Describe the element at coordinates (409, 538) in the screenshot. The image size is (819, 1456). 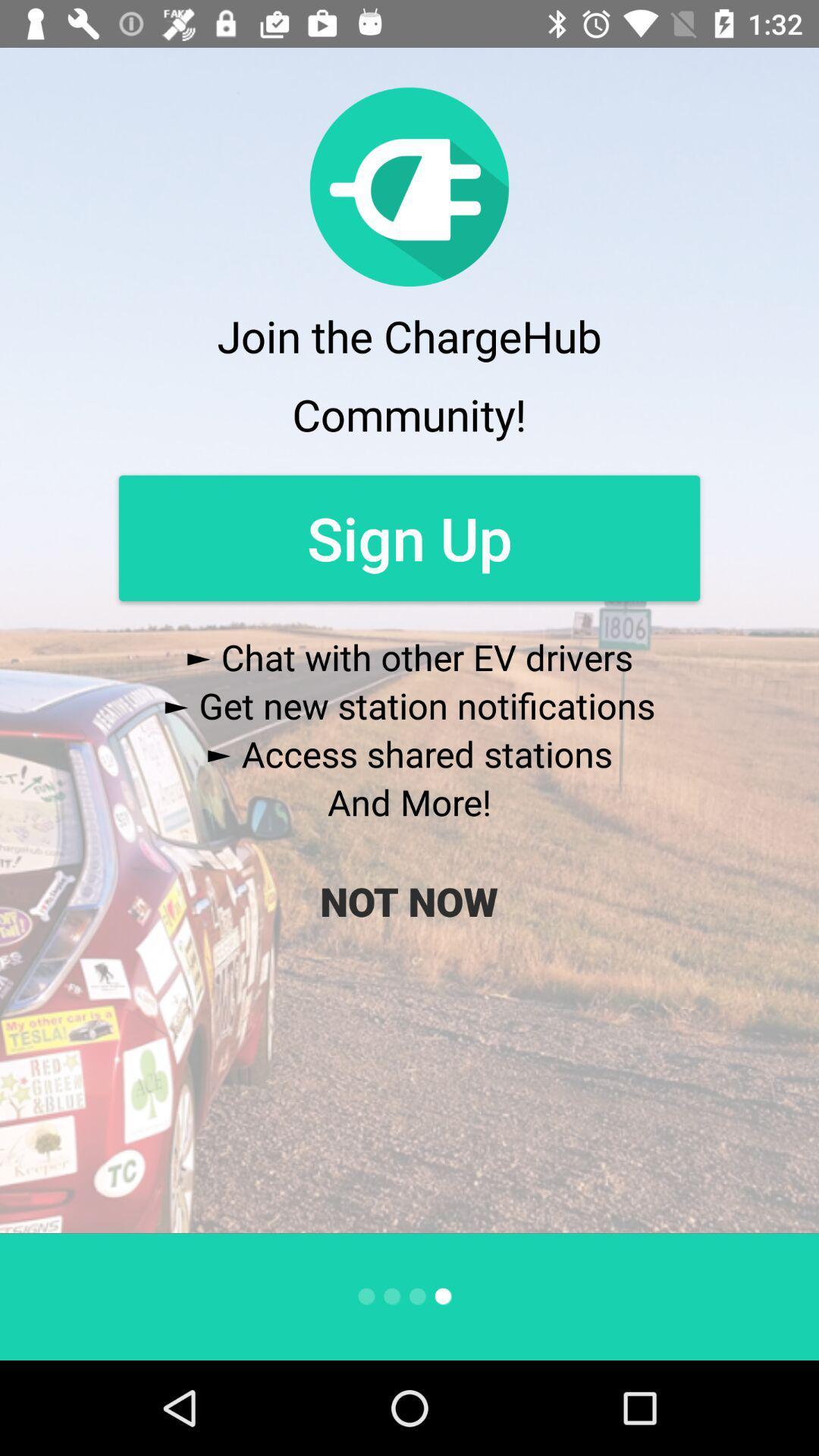
I see `icon below community!` at that location.